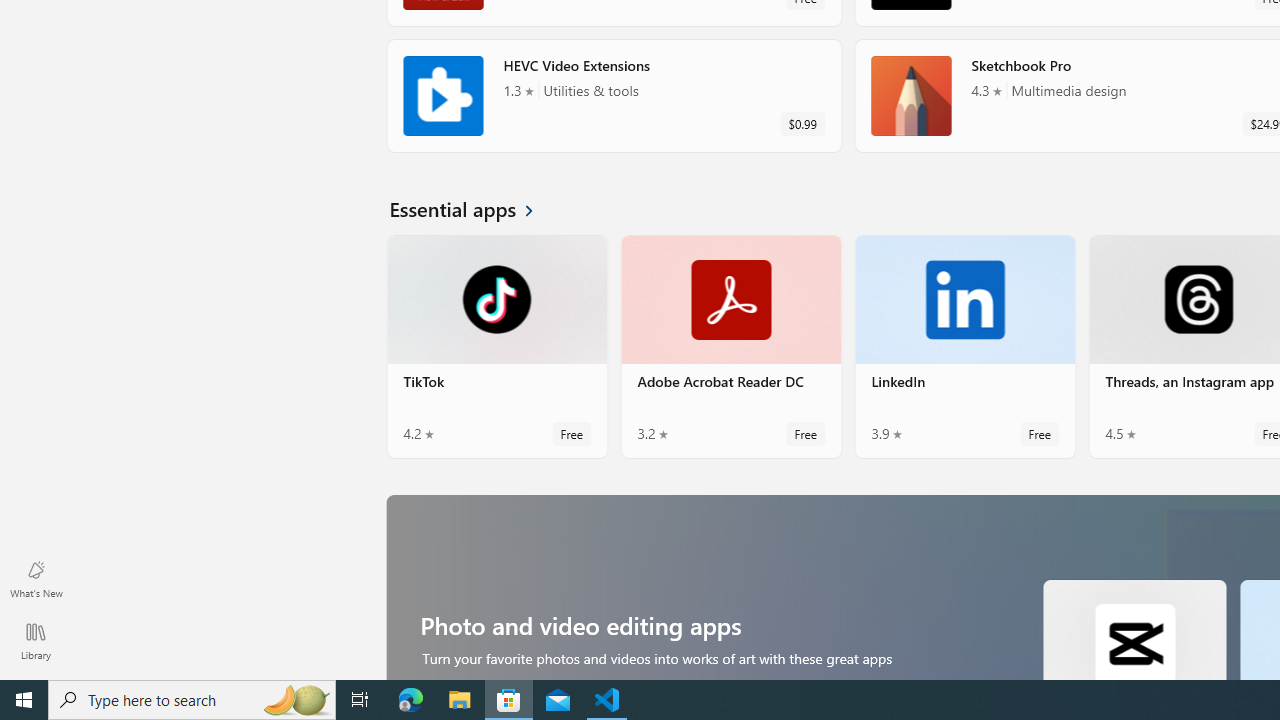  I want to click on 'See all  Essential apps', so click(472, 208).